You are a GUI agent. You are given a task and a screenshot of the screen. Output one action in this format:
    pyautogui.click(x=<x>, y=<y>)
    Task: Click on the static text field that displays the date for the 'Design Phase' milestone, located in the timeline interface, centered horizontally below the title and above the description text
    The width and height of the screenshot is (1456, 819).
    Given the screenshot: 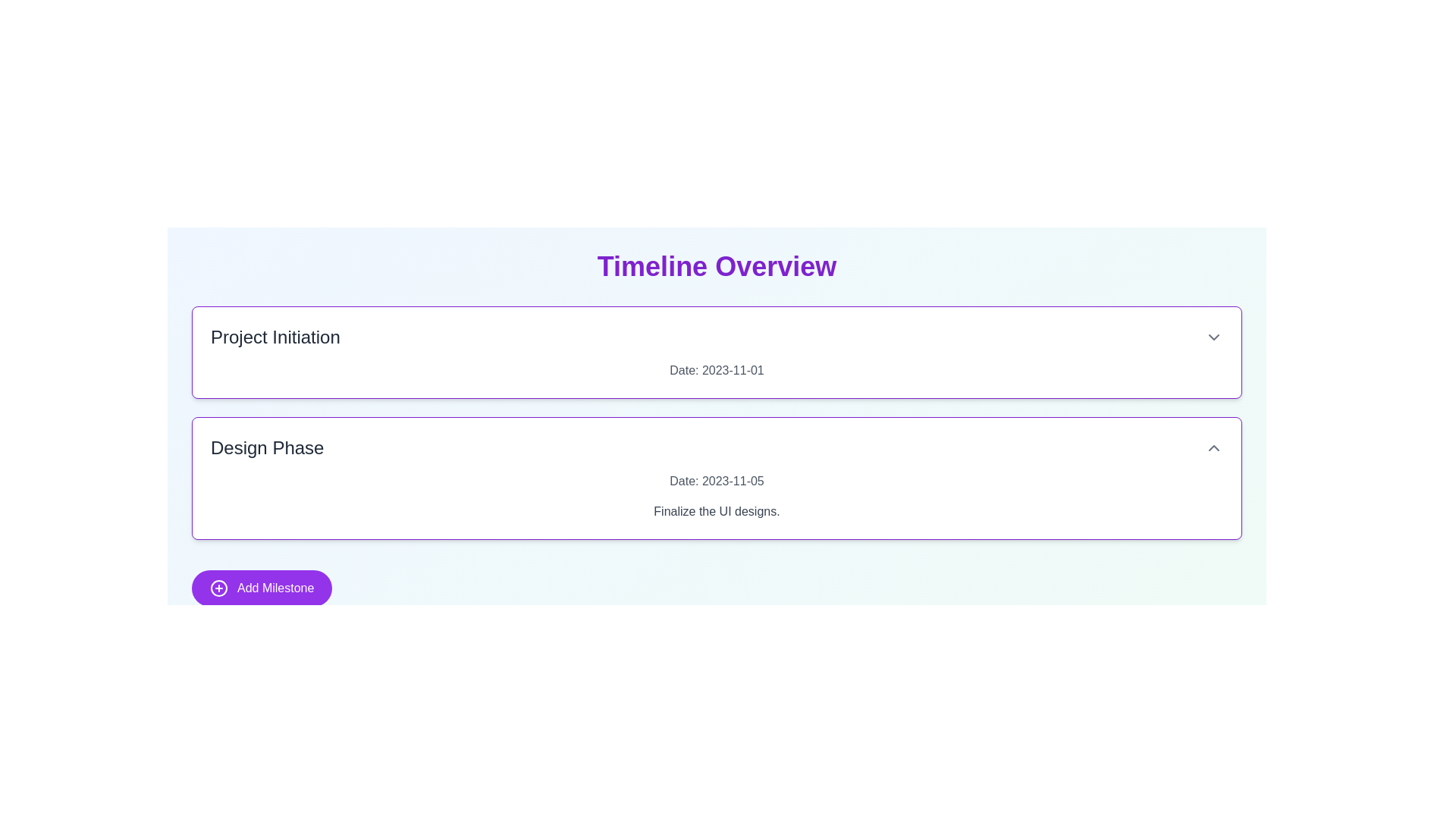 What is the action you would take?
    pyautogui.click(x=716, y=482)
    